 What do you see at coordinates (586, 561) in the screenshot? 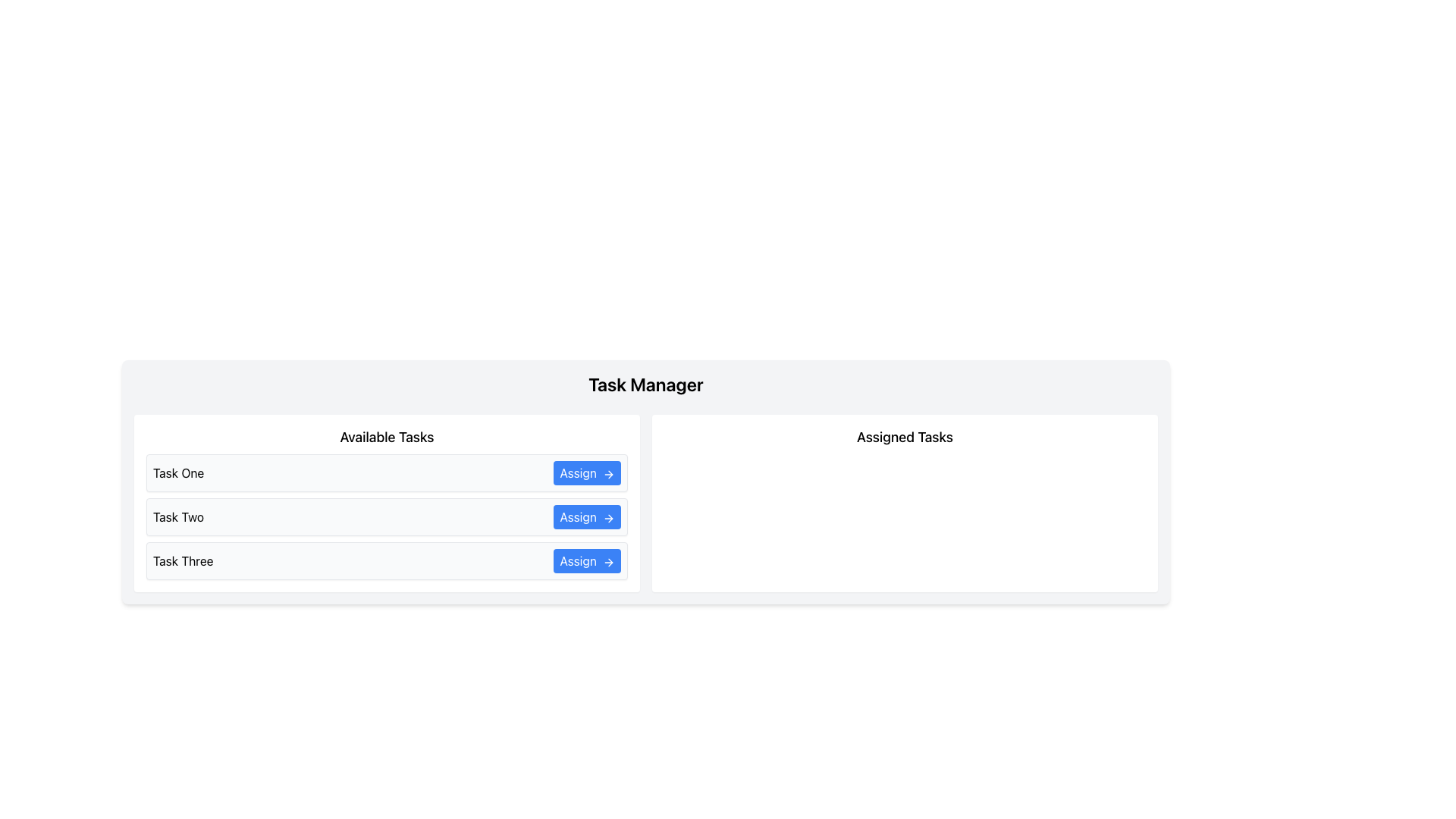
I see `the 'Task Three' assign button located in the lower right of the task management section` at bounding box center [586, 561].